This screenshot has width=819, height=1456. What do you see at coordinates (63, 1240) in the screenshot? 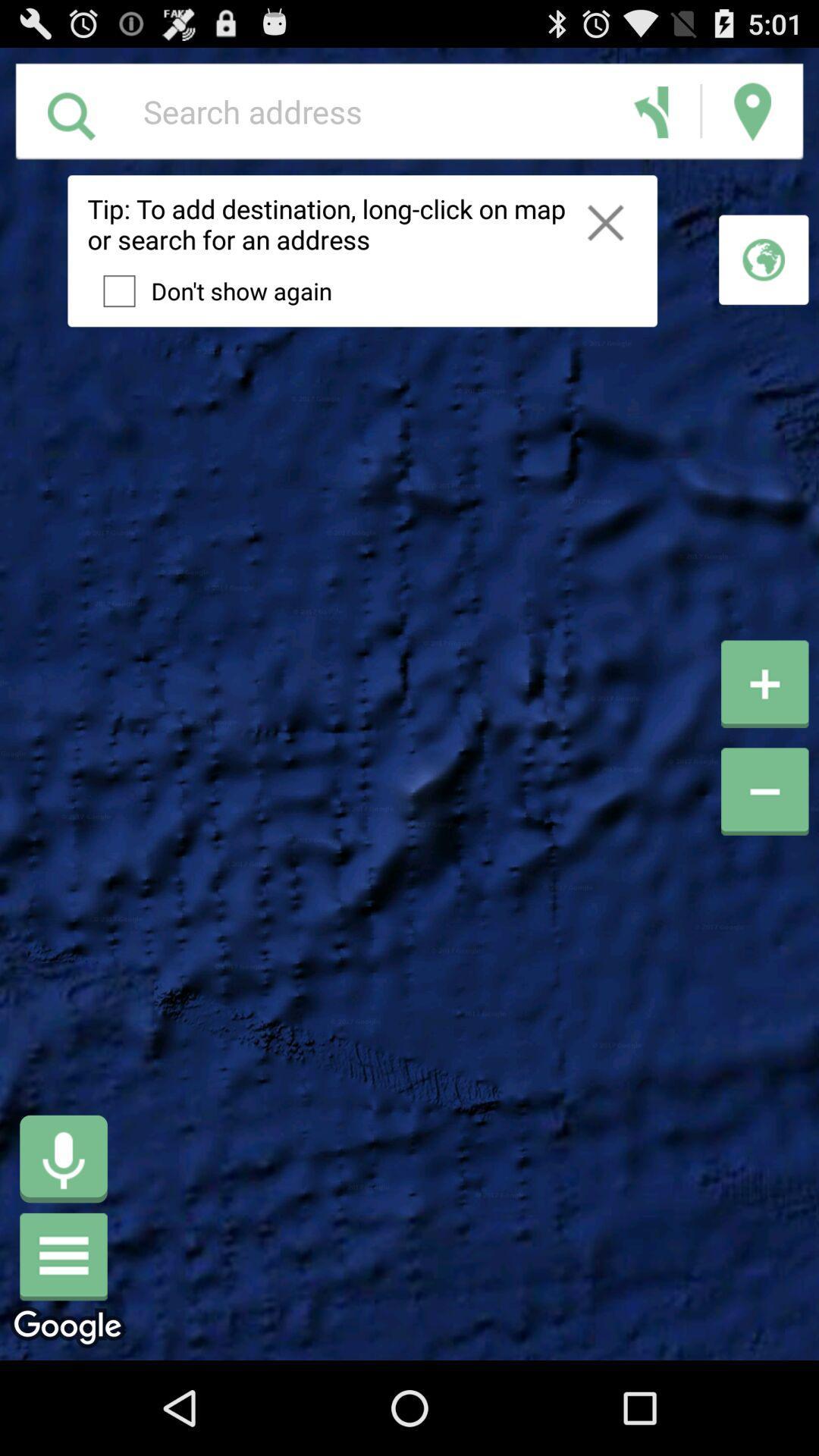
I see `the microphone icon` at bounding box center [63, 1240].